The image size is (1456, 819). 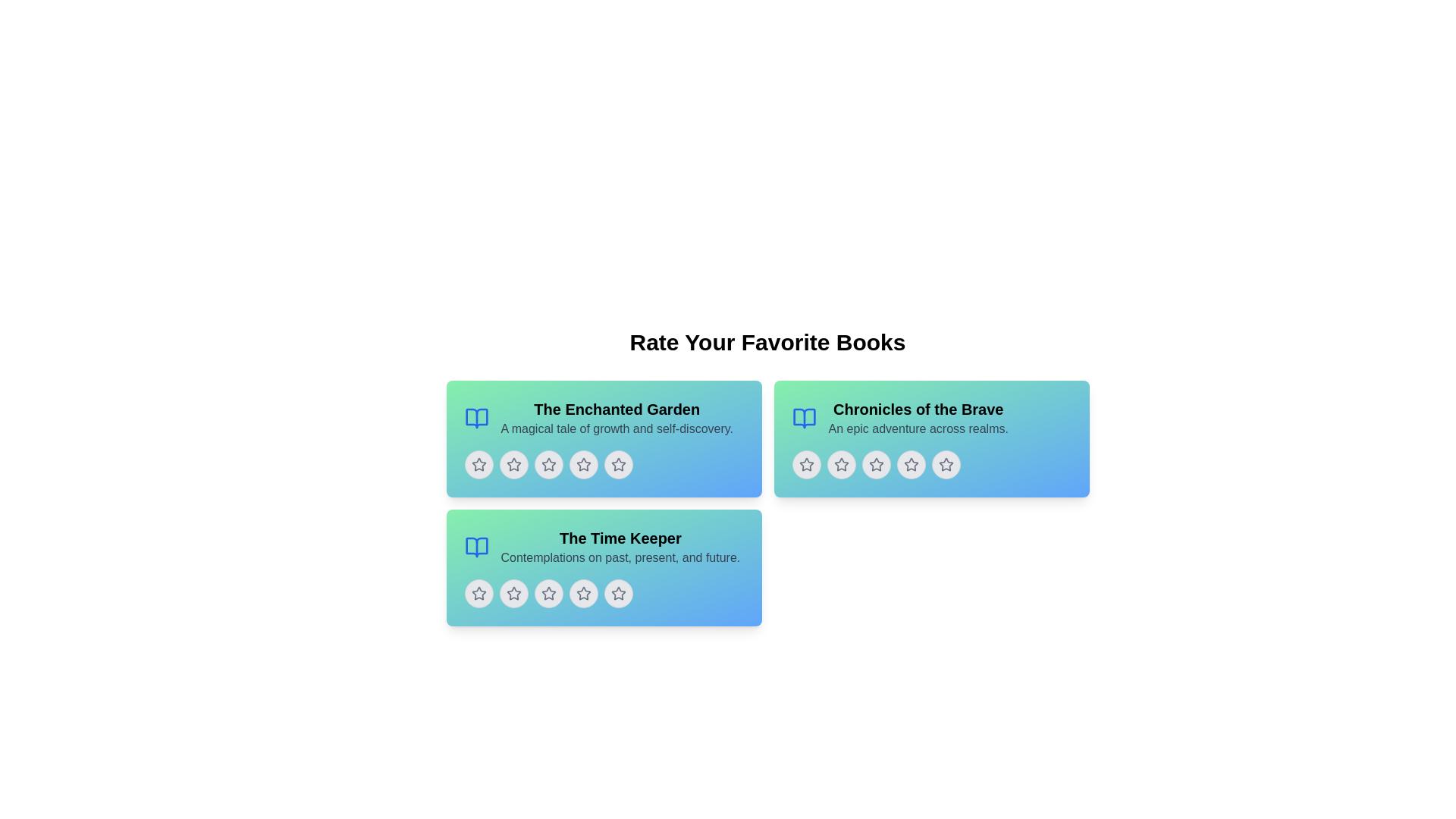 What do you see at coordinates (618, 592) in the screenshot?
I see `the fifth star in the five-star rating system to rate 'The Time Keeper' with five stars` at bounding box center [618, 592].